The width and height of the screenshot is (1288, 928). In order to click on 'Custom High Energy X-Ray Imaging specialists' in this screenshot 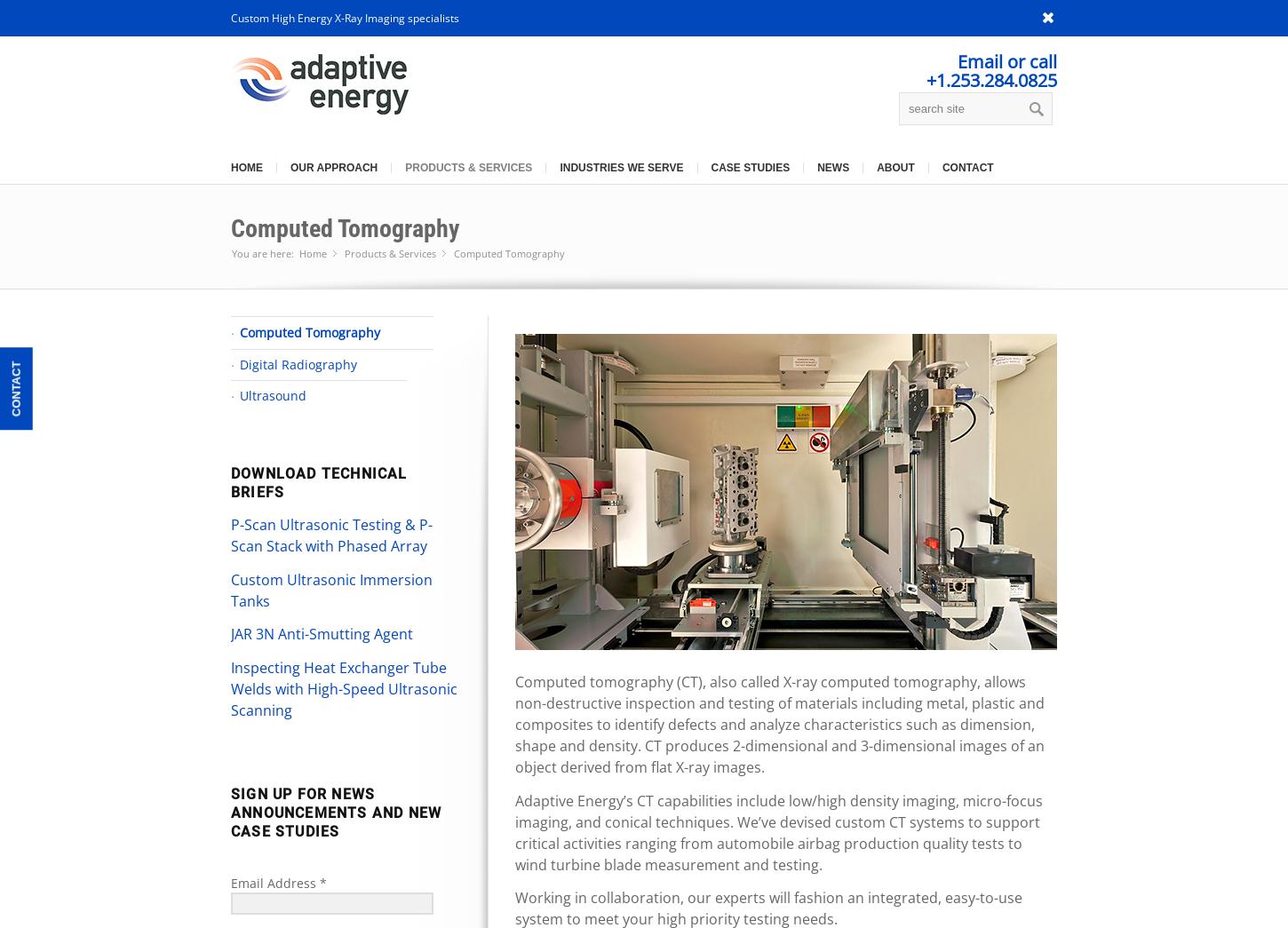, I will do `click(230, 17)`.